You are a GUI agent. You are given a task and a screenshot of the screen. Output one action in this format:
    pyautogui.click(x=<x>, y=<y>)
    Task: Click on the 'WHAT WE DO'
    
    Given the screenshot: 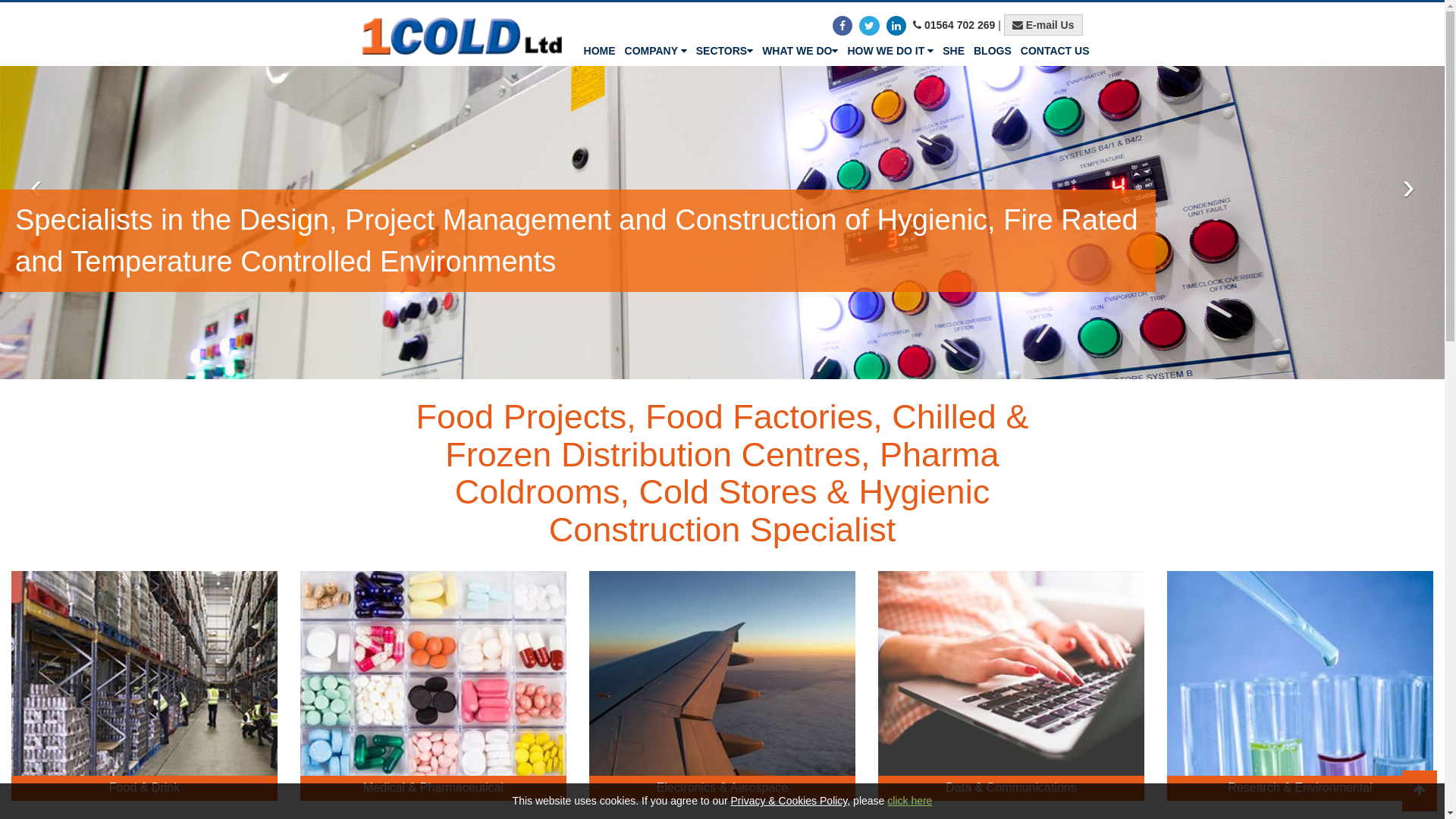 What is the action you would take?
    pyautogui.click(x=799, y=49)
    